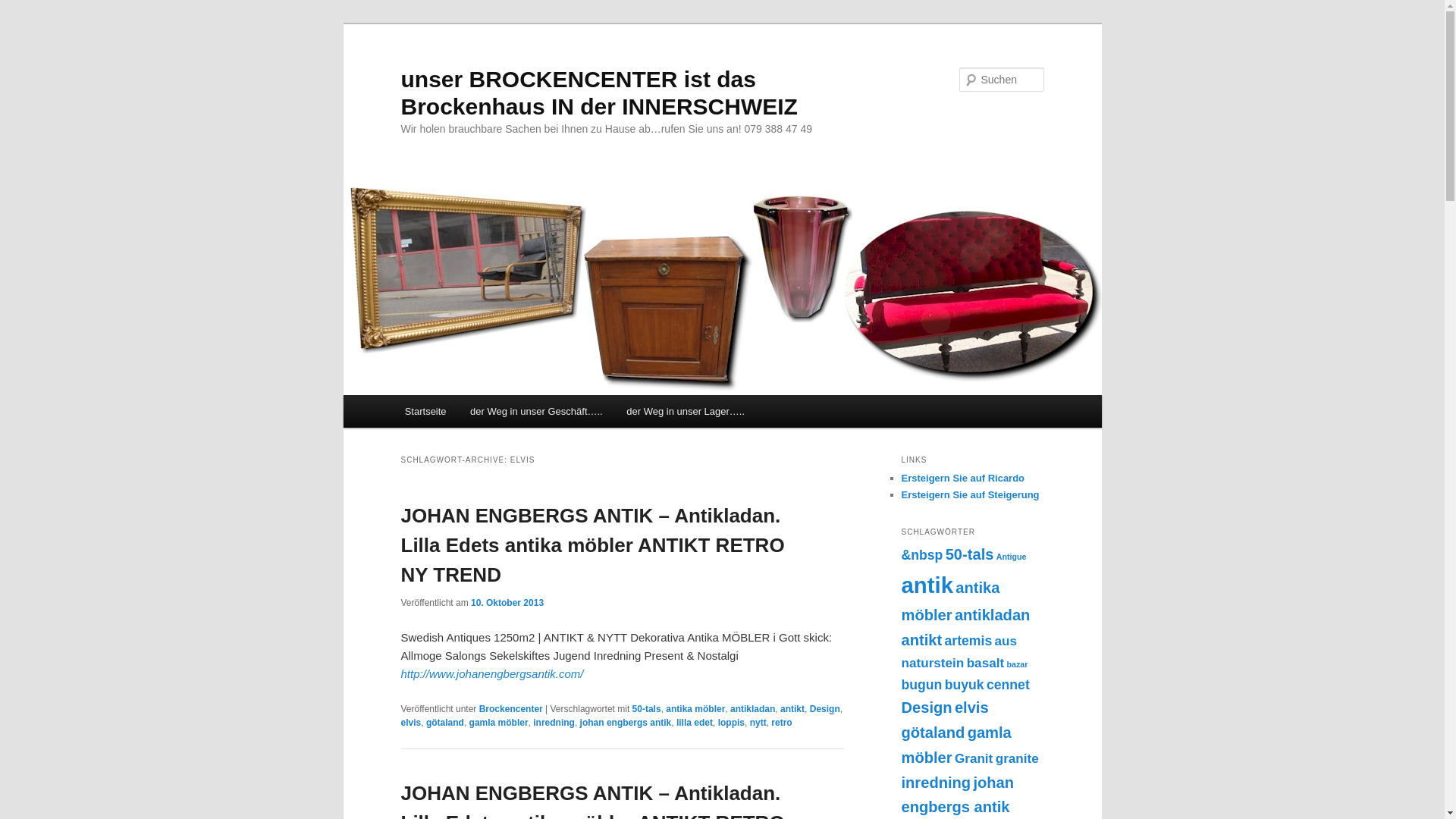 This screenshot has width=1456, height=819. I want to click on 'antikladan', so click(752, 708).